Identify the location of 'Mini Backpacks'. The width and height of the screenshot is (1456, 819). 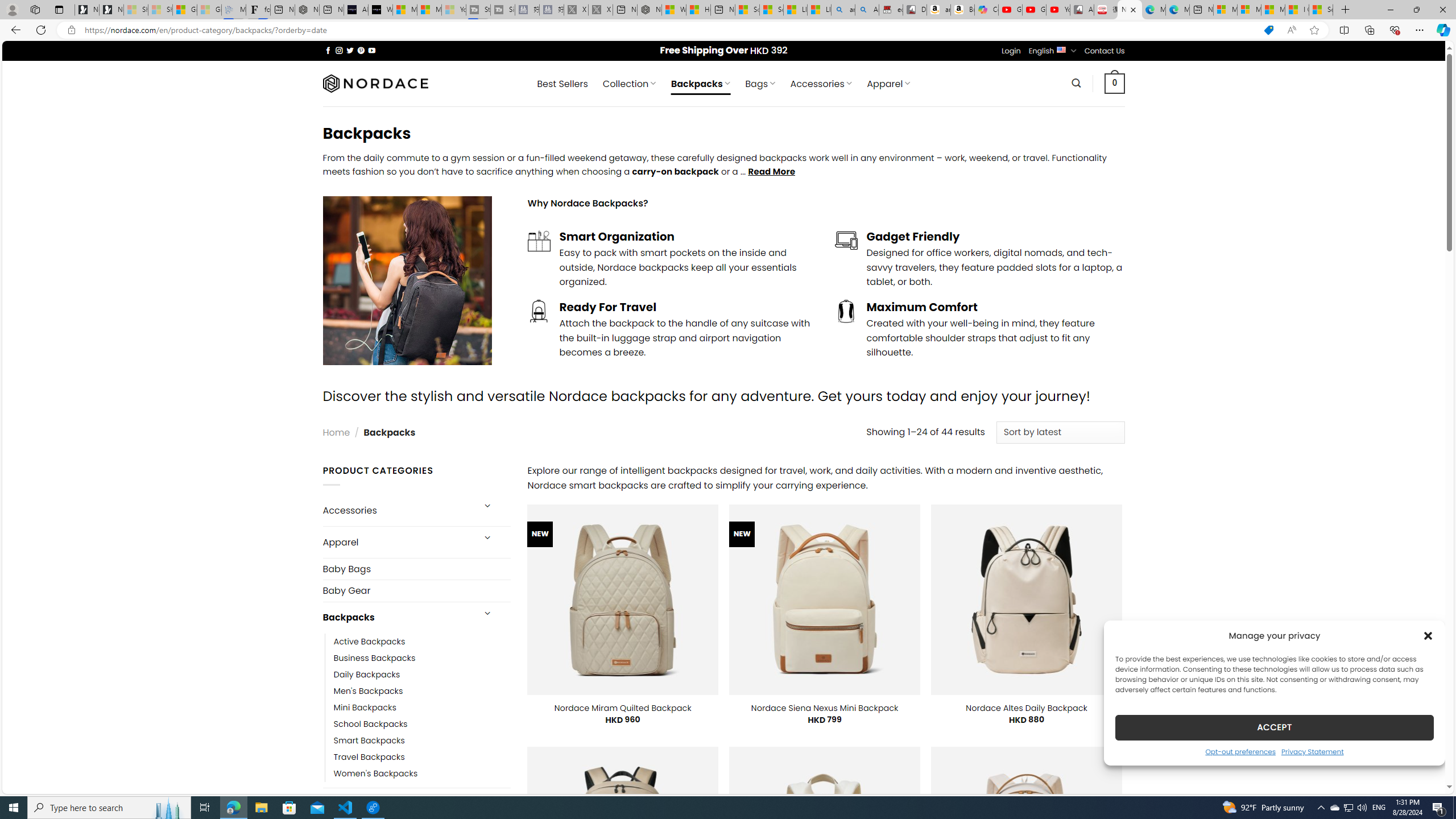
(421, 706).